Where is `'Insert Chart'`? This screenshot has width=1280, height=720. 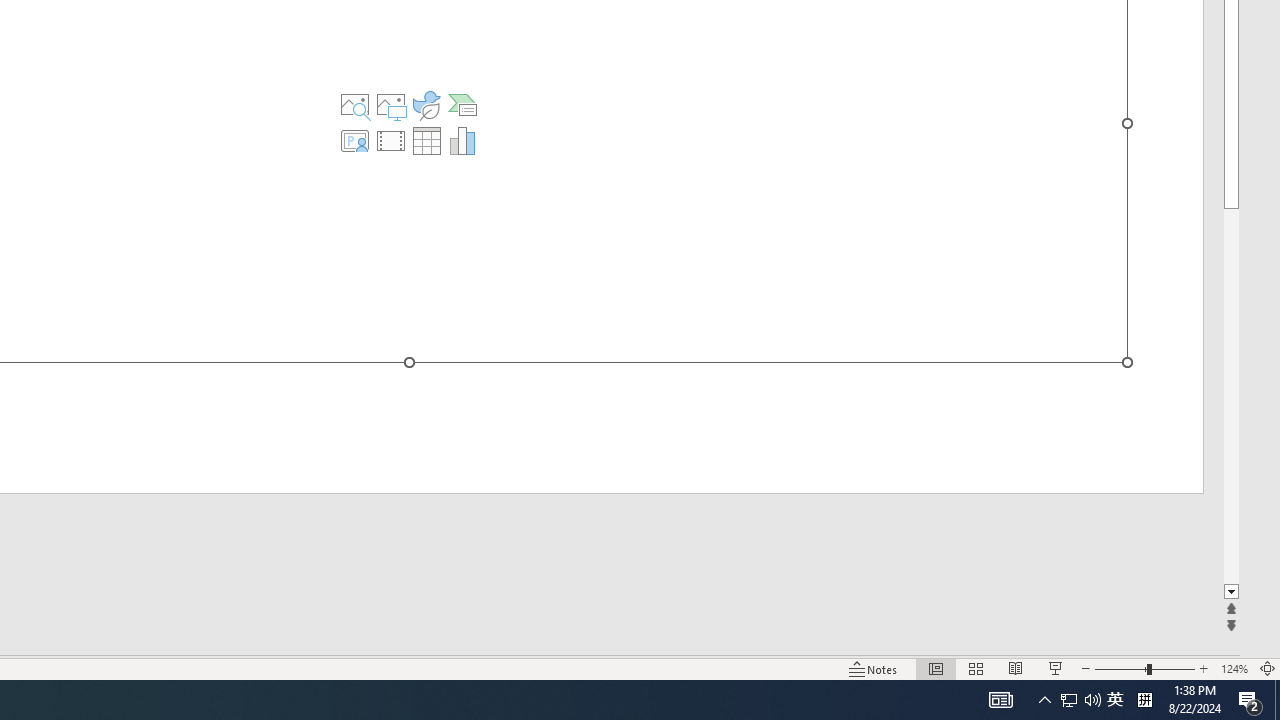 'Insert Chart' is located at coordinates (461, 140).